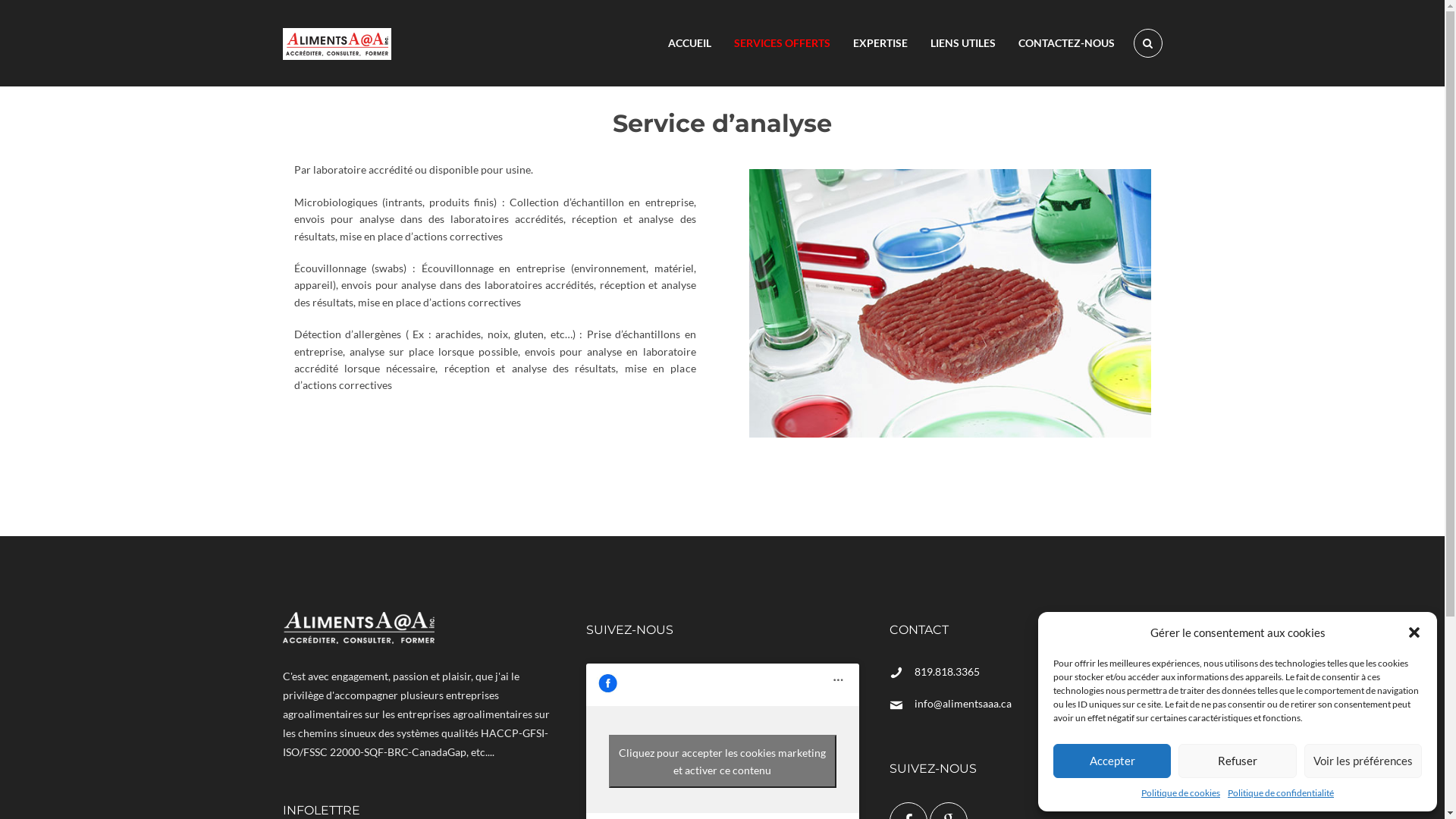 The image size is (1456, 819). Describe the element at coordinates (962, 42) in the screenshot. I see `'LIENS UTILES'` at that location.